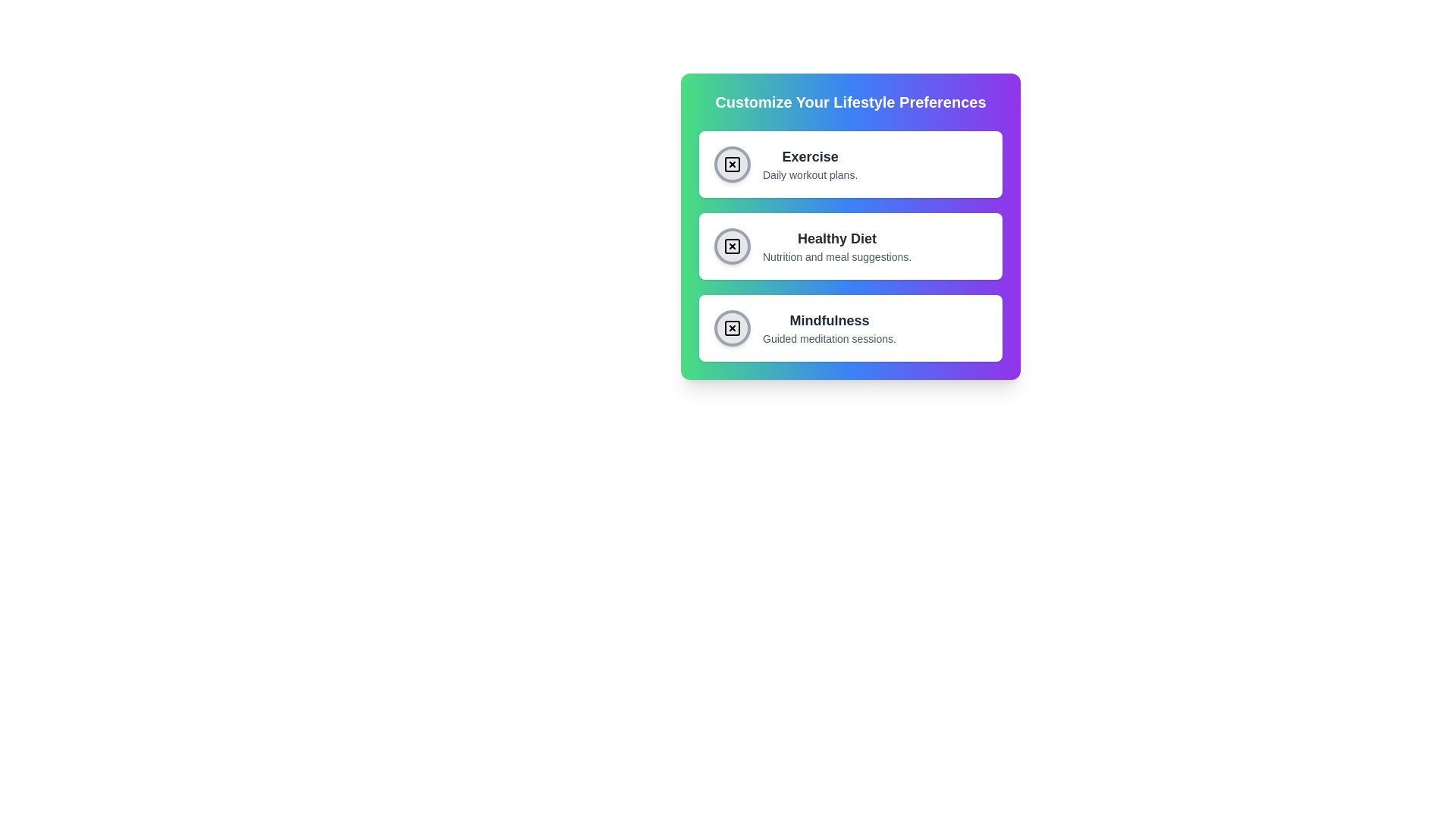 This screenshot has width=1456, height=819. I want to click on the square icon with a black border and a cross symbol (X) in the center, located to the left of the text 'Exercise' in the layout, so click(732, 164).